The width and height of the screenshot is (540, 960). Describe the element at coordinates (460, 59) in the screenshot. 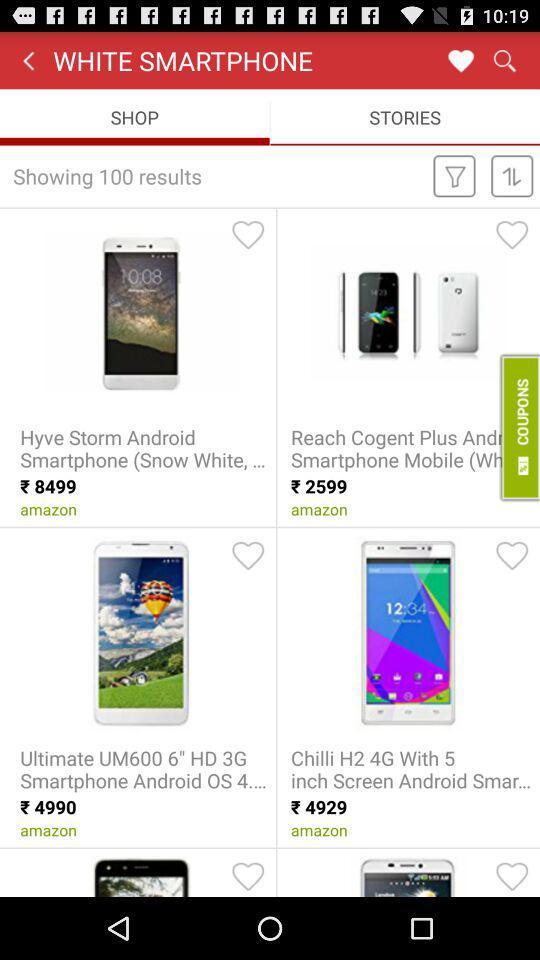

I see `item to the right of white smartphone item` at that location.